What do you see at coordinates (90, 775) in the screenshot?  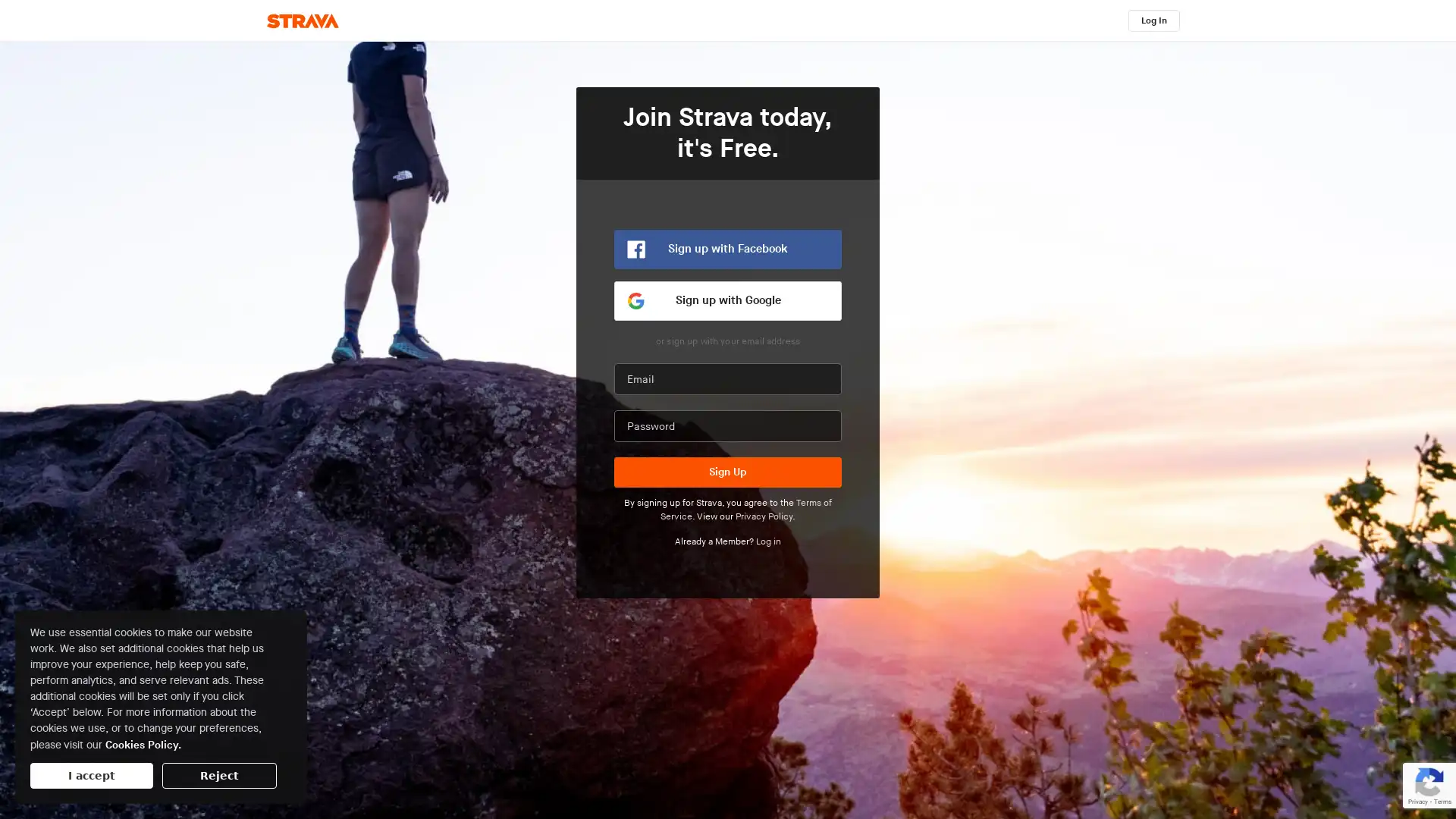 I see `I accept` at bounding box center [90, 775].